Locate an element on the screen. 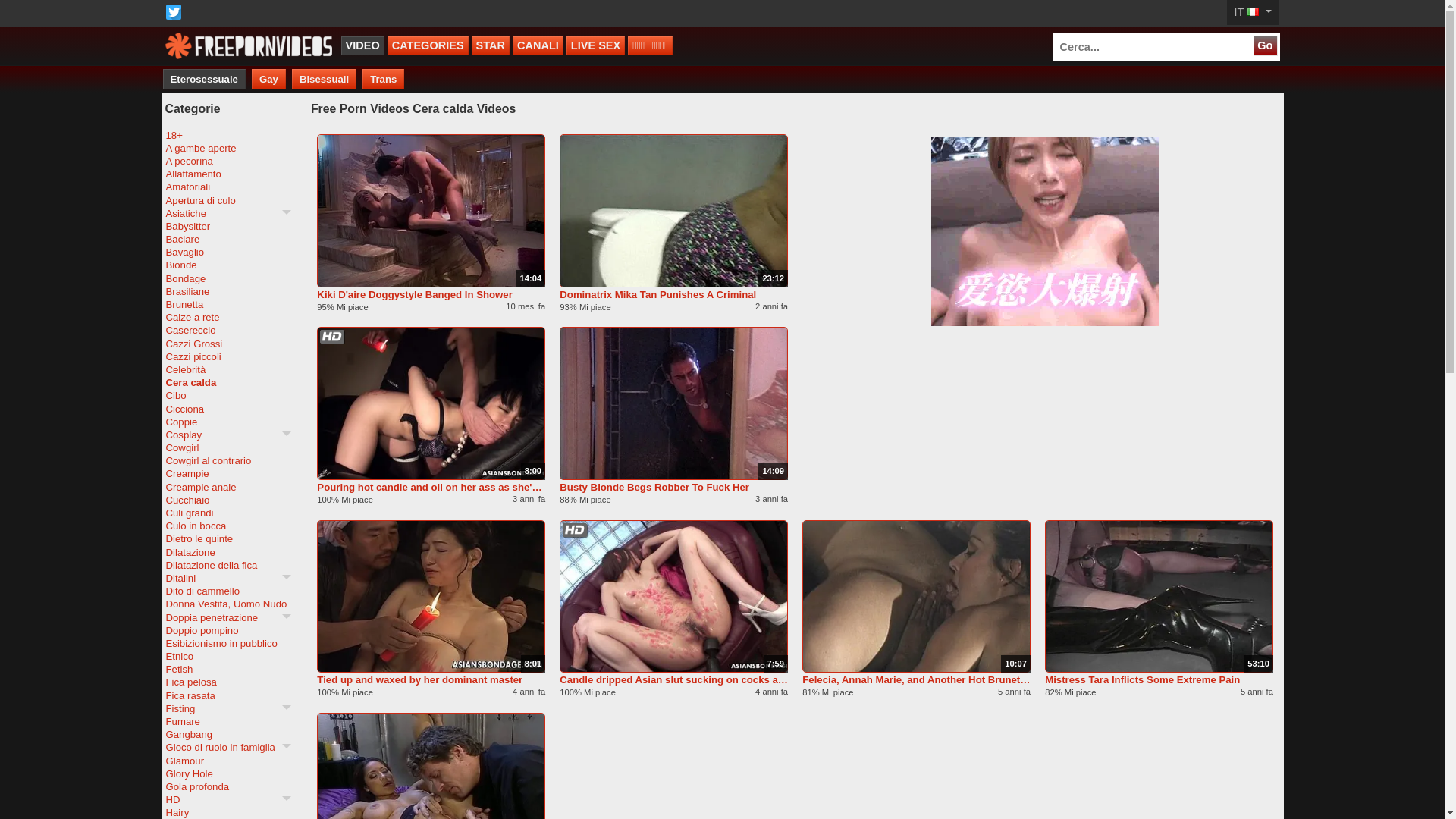 The image size is (1456, 819). 'Pouring hot candle and oil on her ass as she's fucked' is located at coordinates (430, 487).